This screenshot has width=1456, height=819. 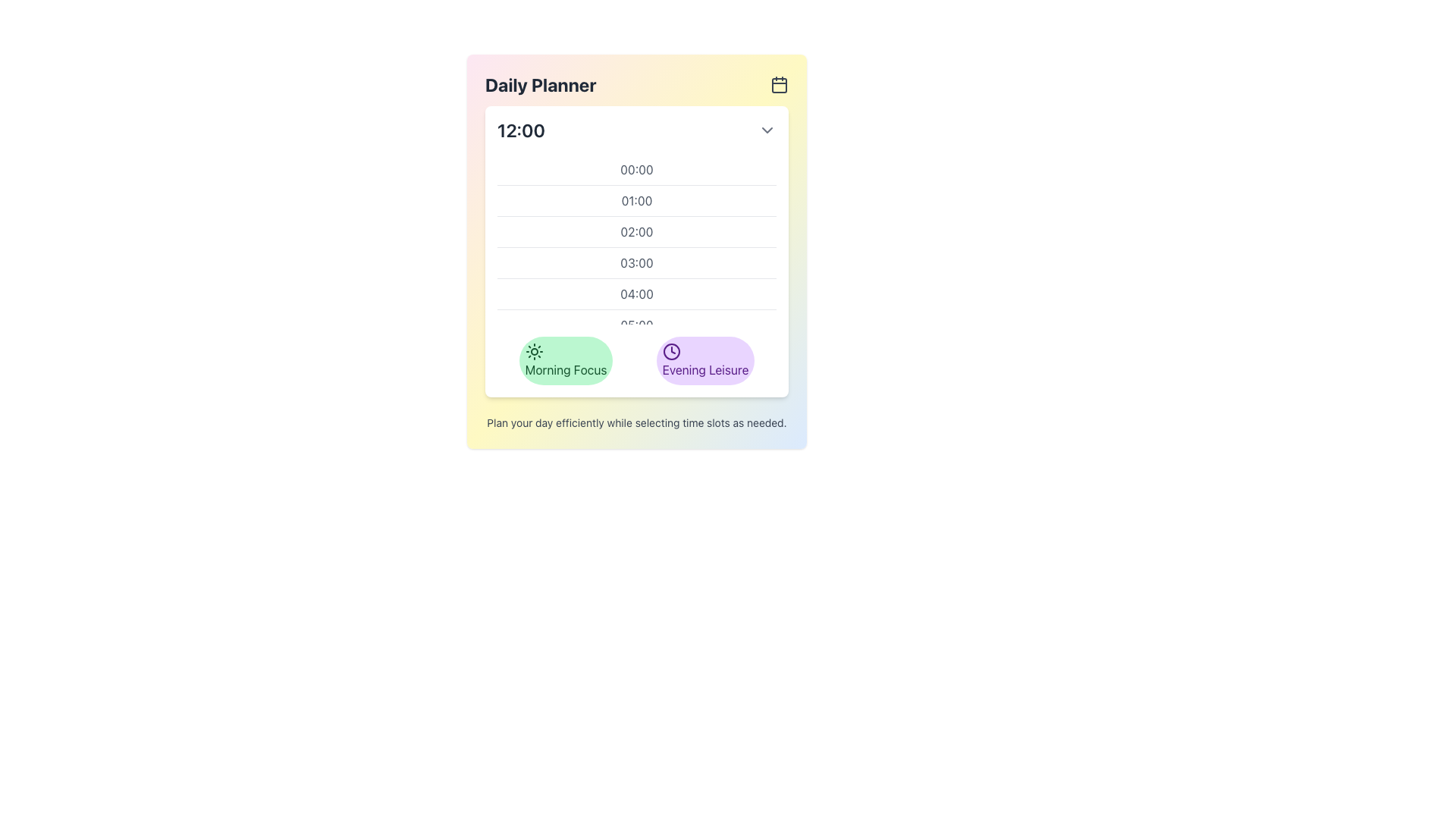 I want to click on the text label displaying the time '04:00' in the dropdown list of the 'Daily Planner' module, so click(x=637, y=293).